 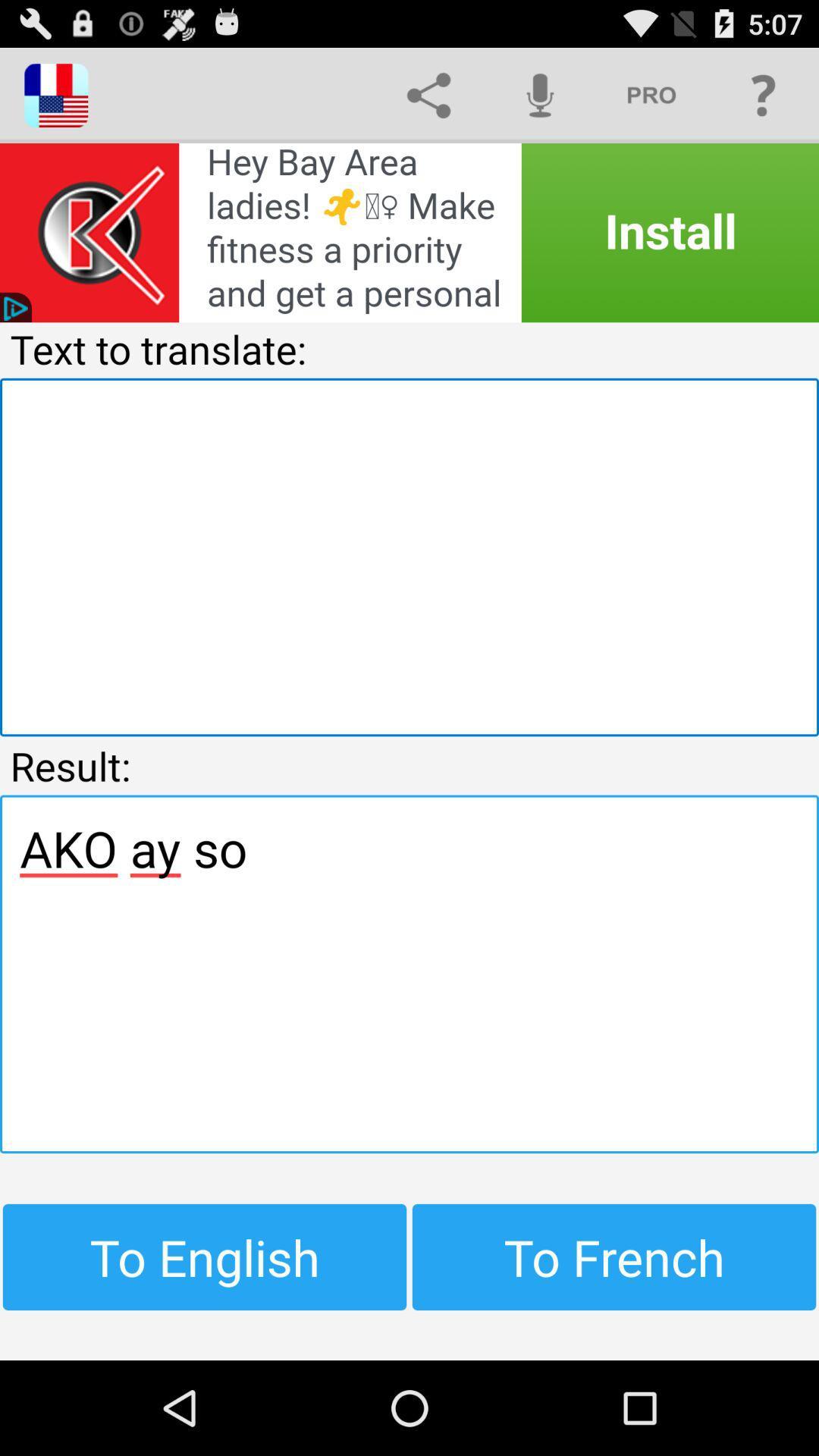 What do you see at coordinates (614, 1257) in the screenshot?
I see `to french button` at bounding box center [614, 1257].